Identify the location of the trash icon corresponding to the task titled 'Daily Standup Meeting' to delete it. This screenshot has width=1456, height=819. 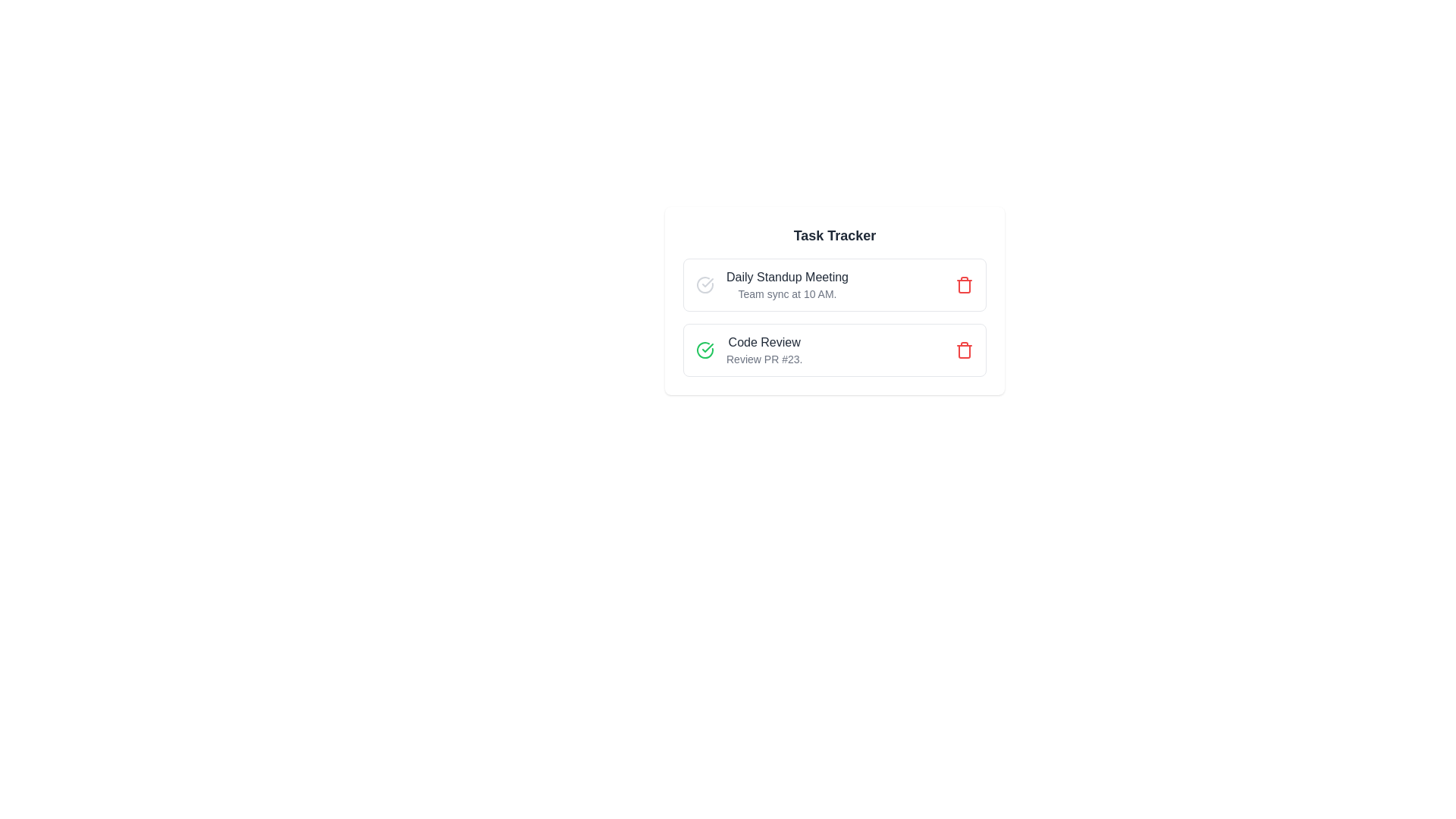
(964, 284).